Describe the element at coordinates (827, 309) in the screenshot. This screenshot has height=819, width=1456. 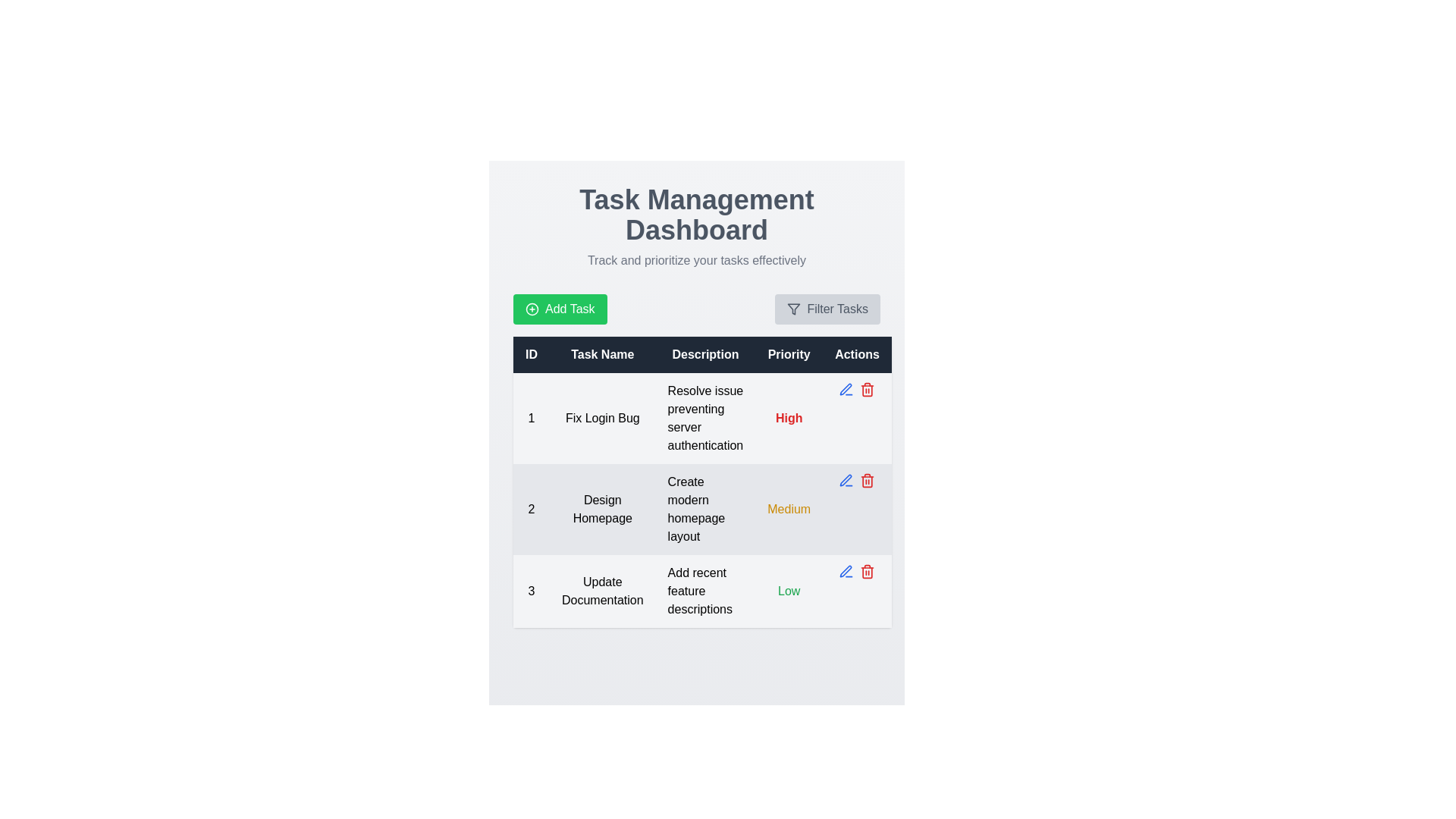
I see `the 'Filter Tasks' button, which is a rounded button with a light gray background and a filter icon, located to the right of the 'Add Task' button` at that location.